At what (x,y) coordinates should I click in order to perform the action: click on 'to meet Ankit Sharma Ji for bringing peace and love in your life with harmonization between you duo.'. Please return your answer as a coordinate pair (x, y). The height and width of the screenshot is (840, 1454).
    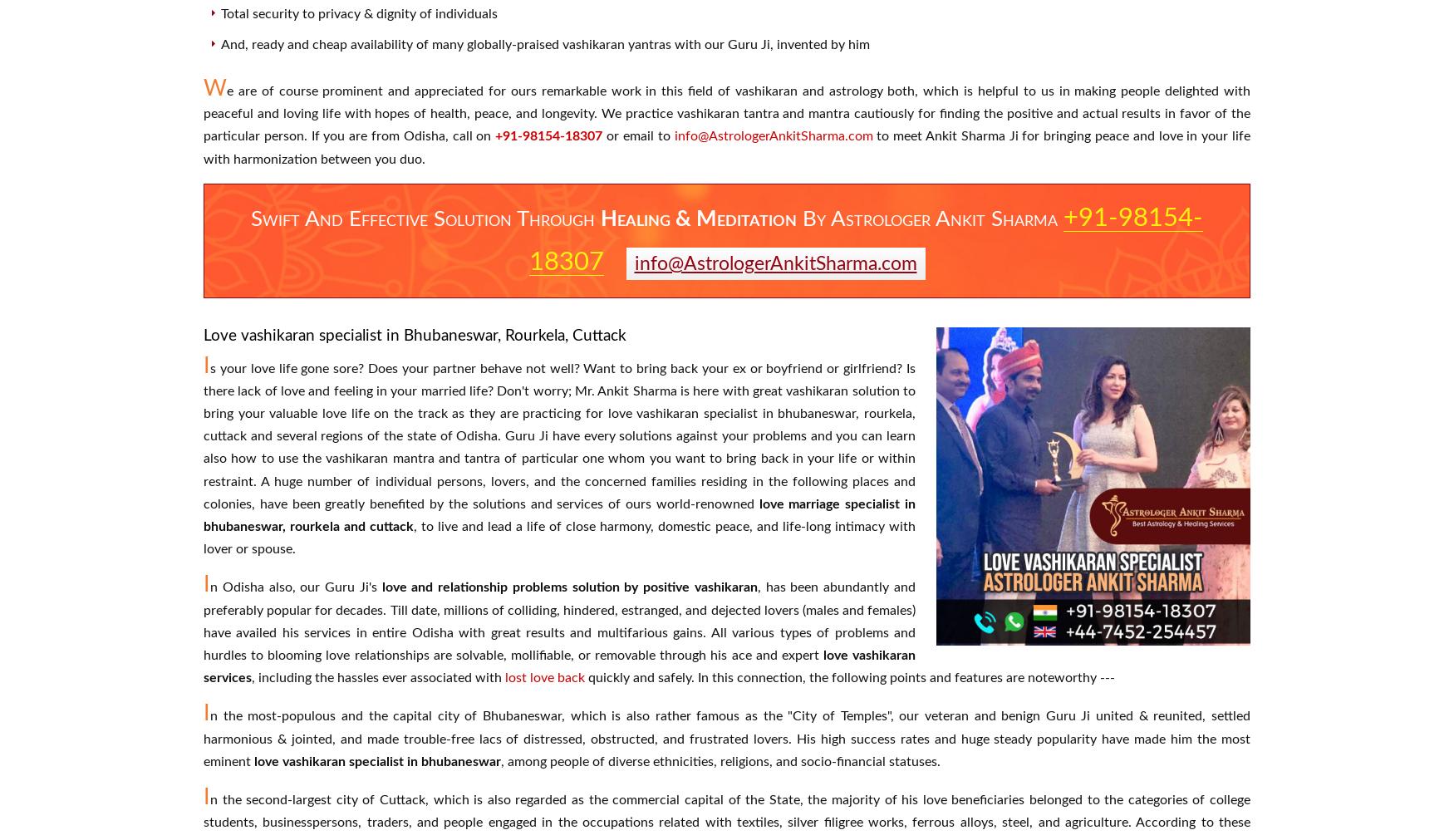
    Looking at the image, I should click on (204, 147).